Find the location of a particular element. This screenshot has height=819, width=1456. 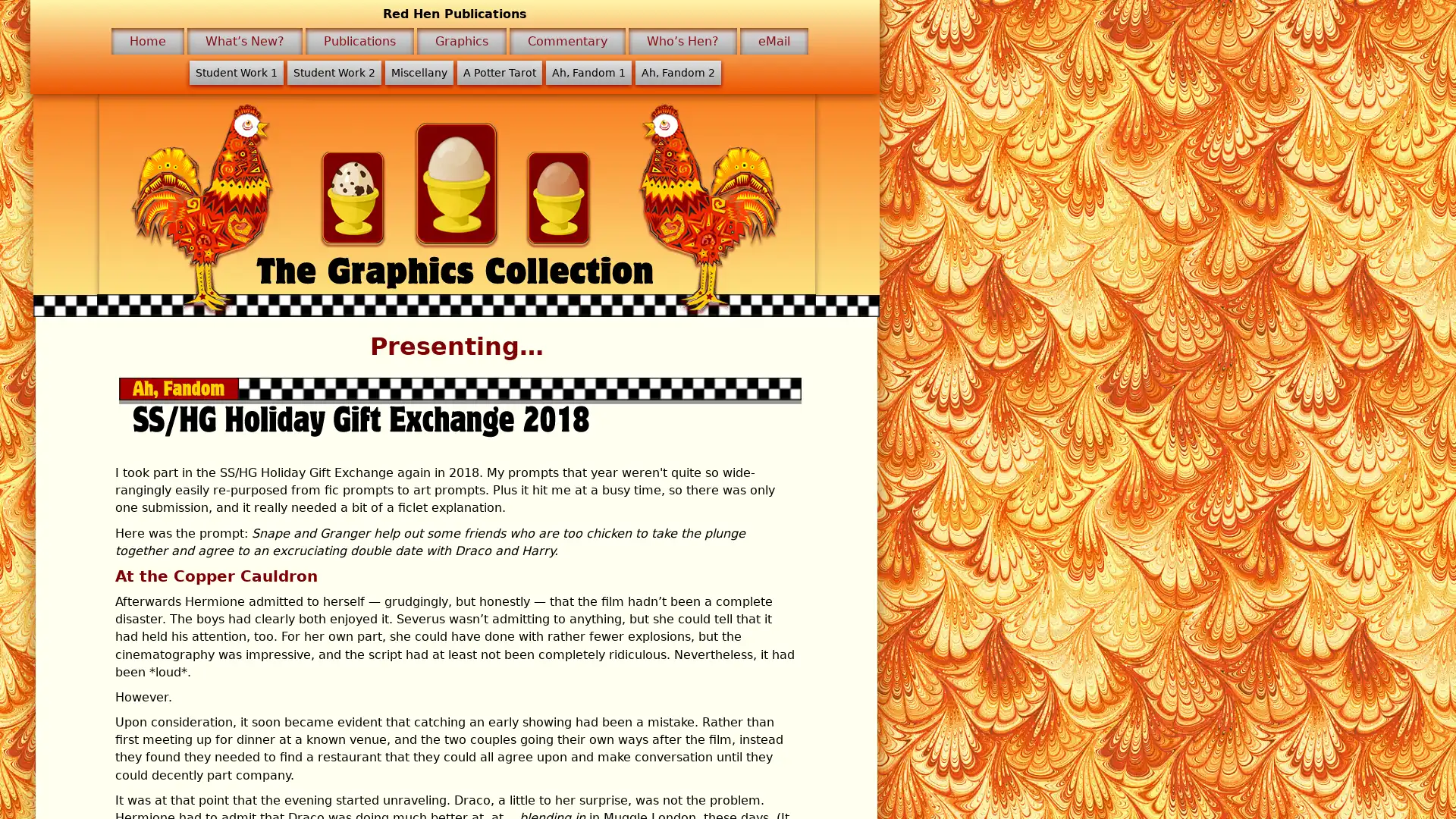

Ah, Fandom 1 is located at coordinates (587, 73).